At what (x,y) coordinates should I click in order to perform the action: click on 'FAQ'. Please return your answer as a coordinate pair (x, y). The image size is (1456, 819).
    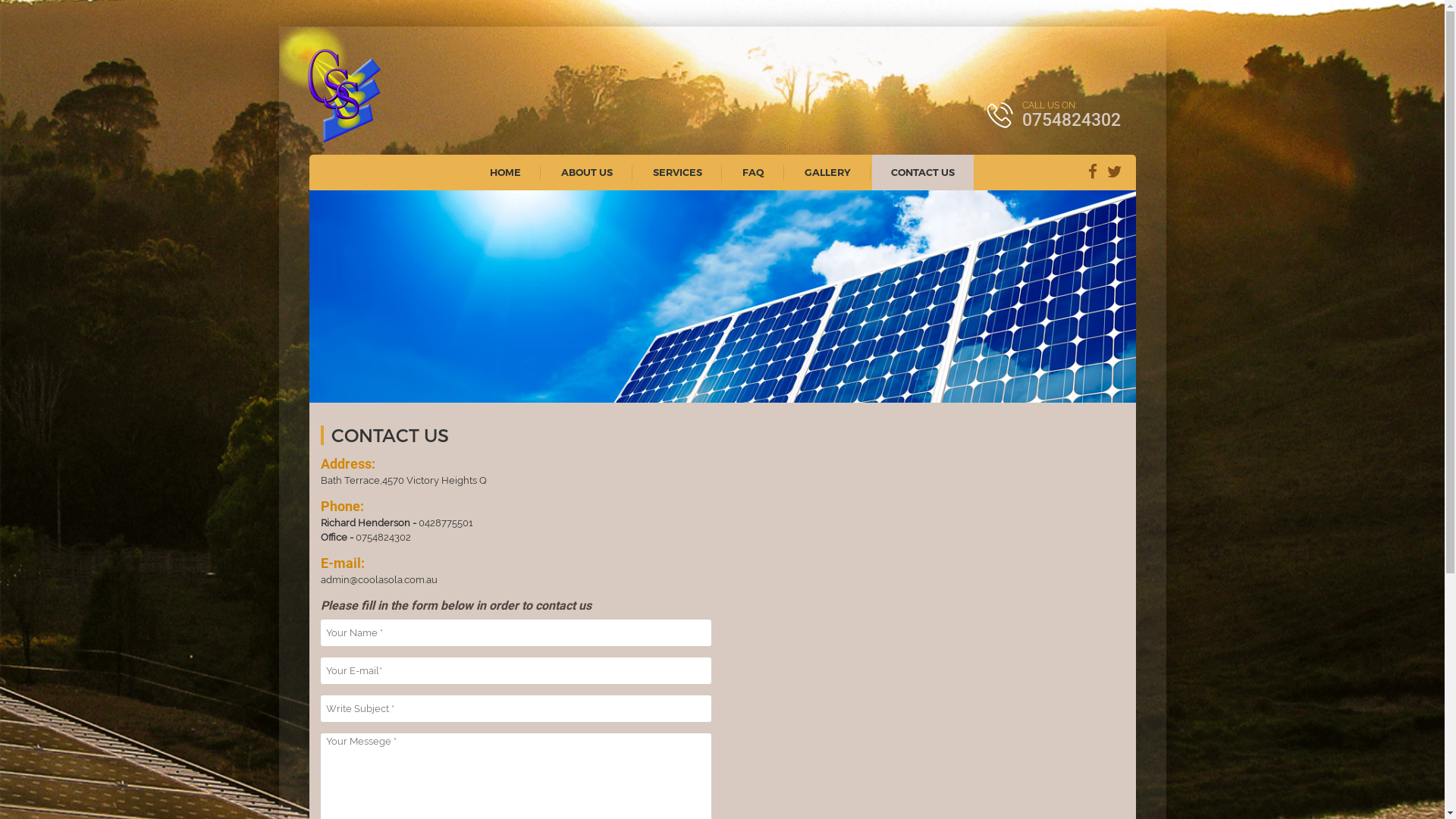
    Looking at the image, I should click on (753, 171).